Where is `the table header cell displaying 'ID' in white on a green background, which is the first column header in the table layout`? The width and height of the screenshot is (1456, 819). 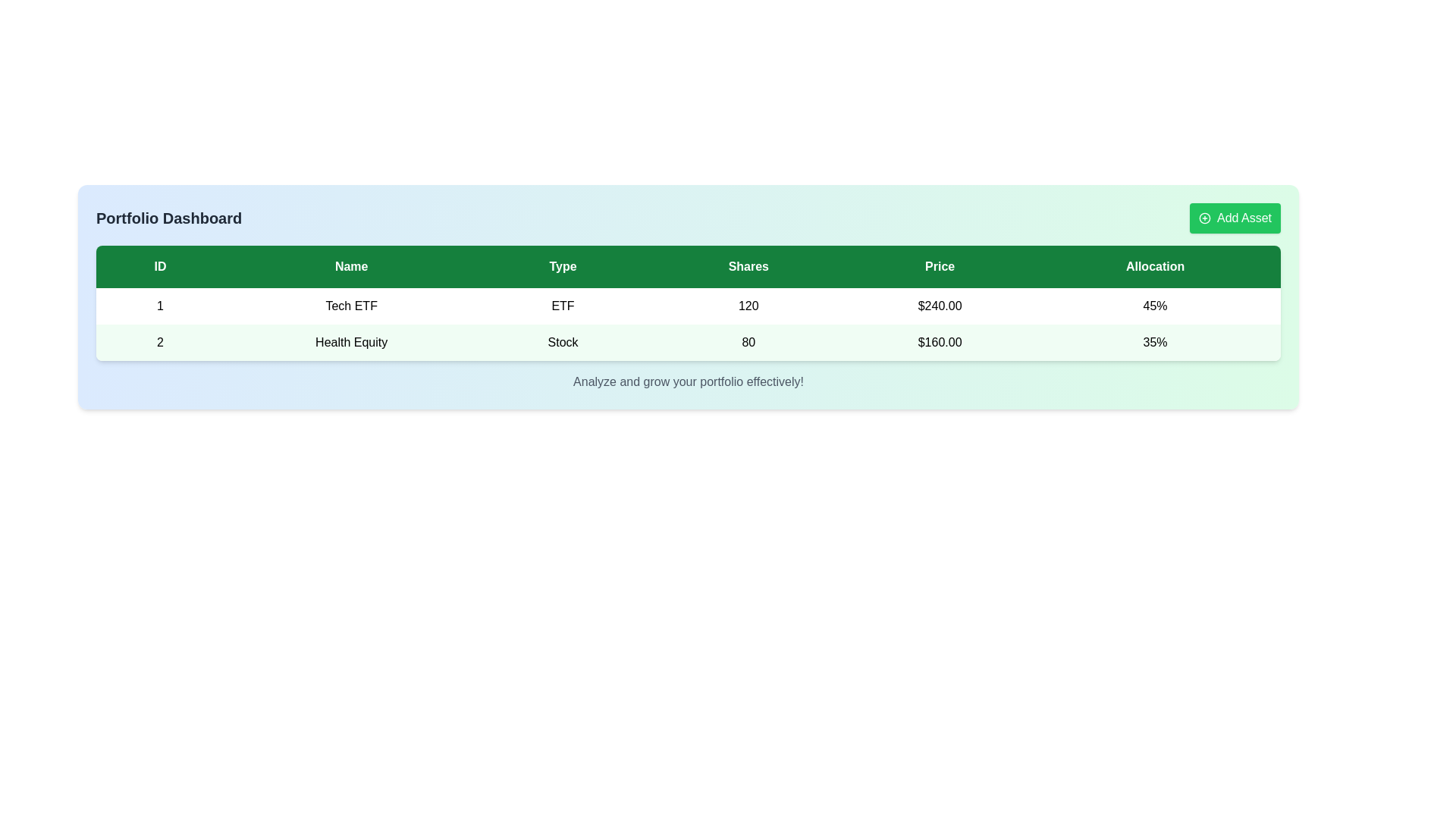 the table header cell displaying 'ID' in white on a green background, which is the first column header in the table layout is located at coordinates (160, 265).